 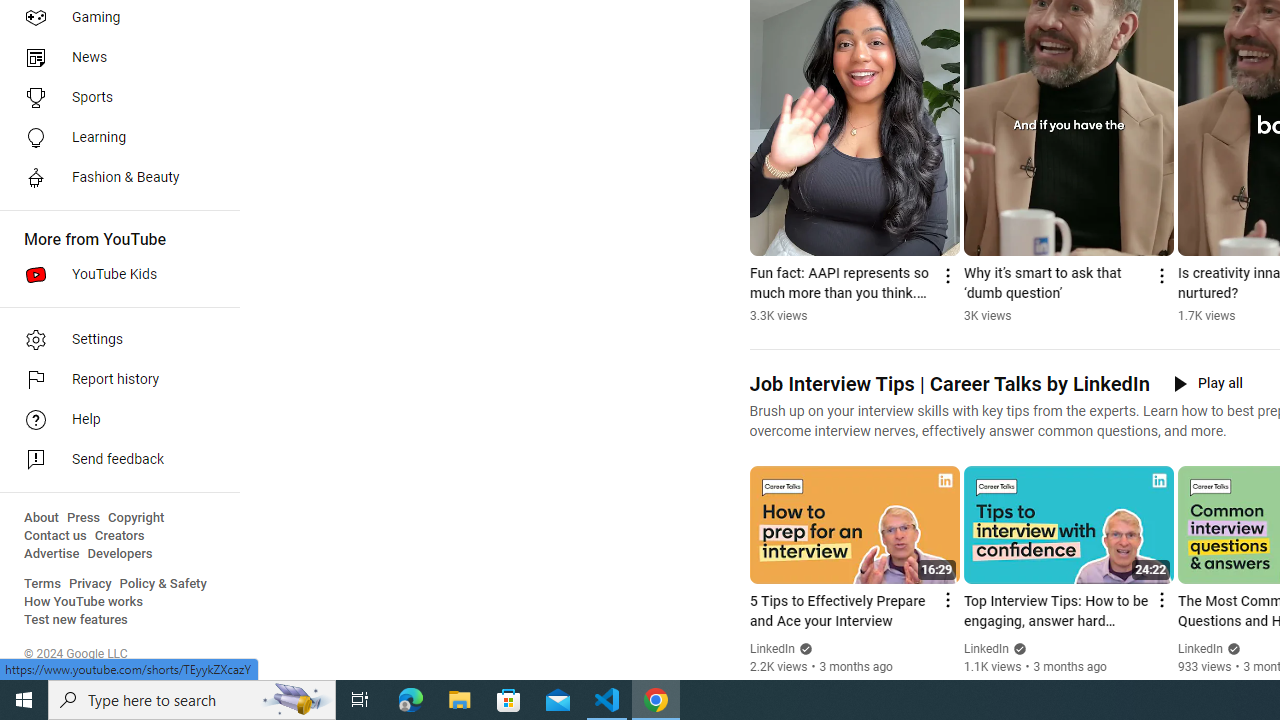 What do you see at coordinates (112, 460) in the screenshot?
I see `'Send feedback'` at bounding box center [112, 460].